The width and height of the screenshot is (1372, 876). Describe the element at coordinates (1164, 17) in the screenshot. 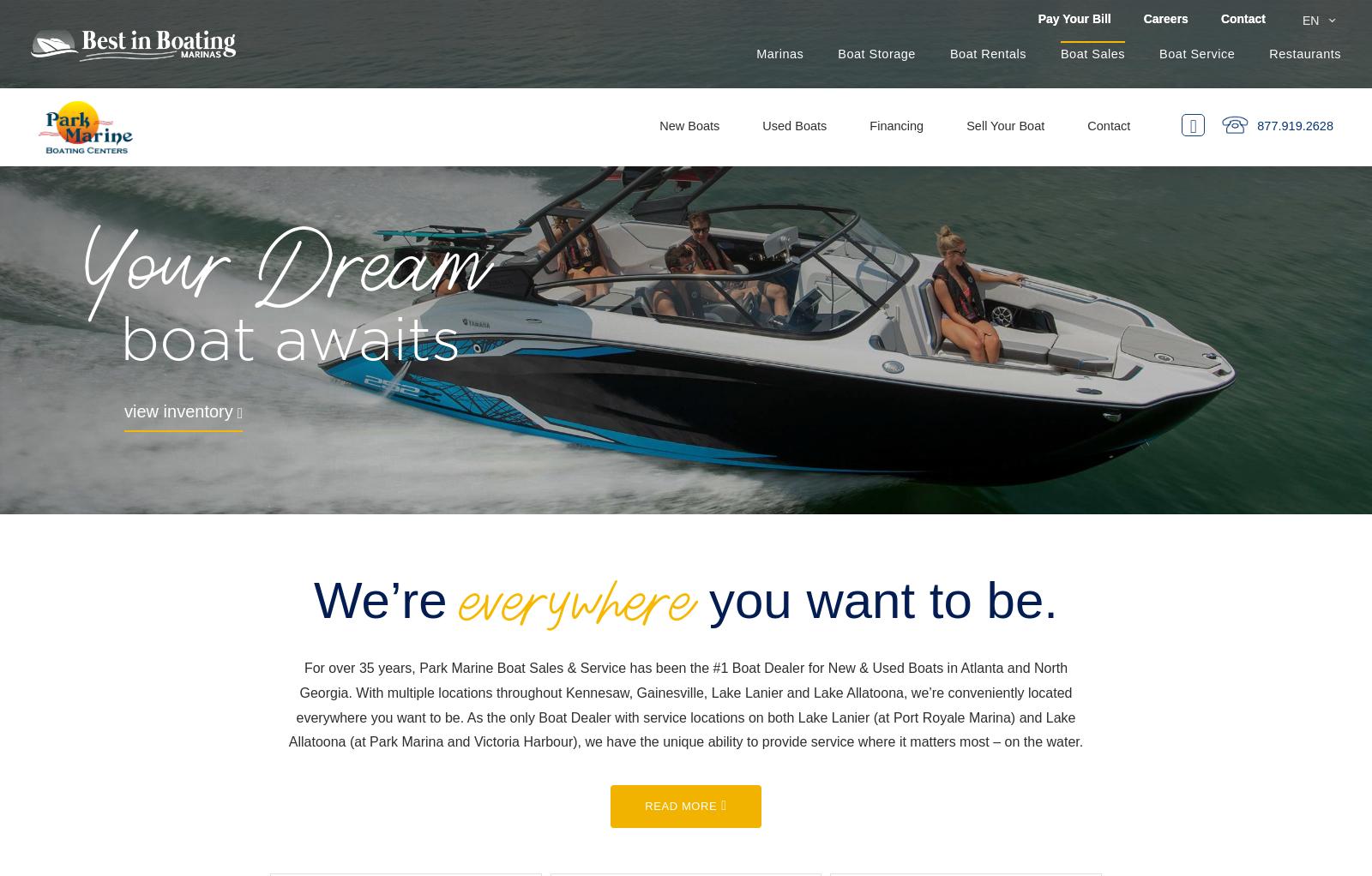

I see `'Careers'` at that location.